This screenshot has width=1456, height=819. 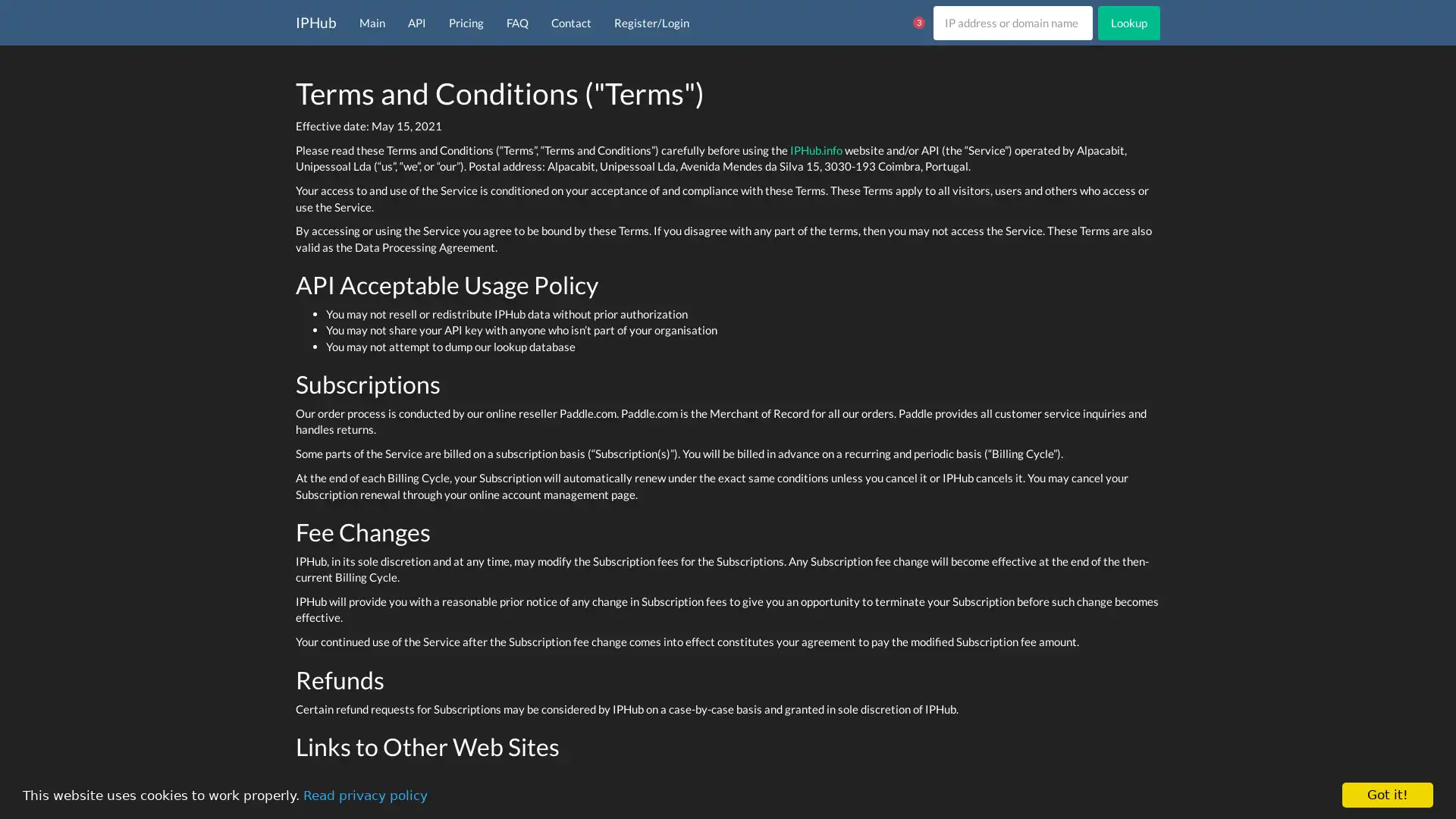 I want to click on Lookup, so click(x=1128, y=22).